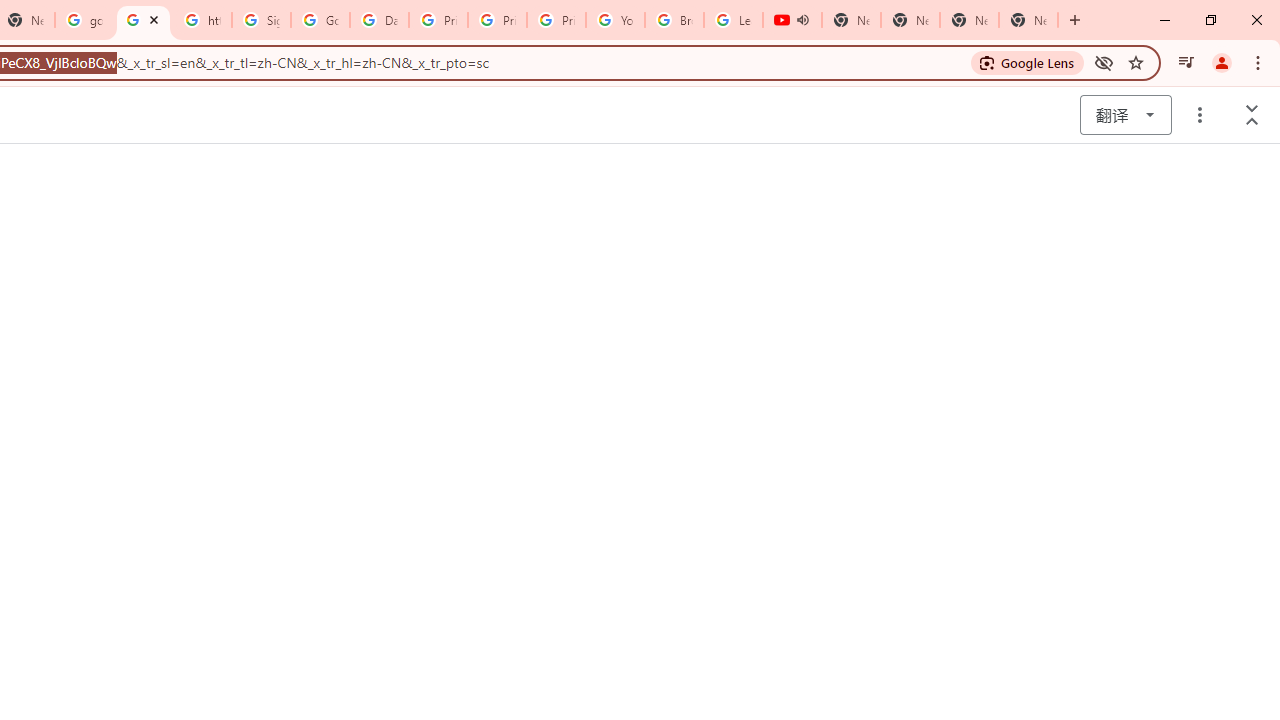 This screenshot has height=720, width=1280. What do you see at coordinates (142, 20) in the screenshot?
I see `'https://scholar.google.com/'` at bounding box center [142, 20].